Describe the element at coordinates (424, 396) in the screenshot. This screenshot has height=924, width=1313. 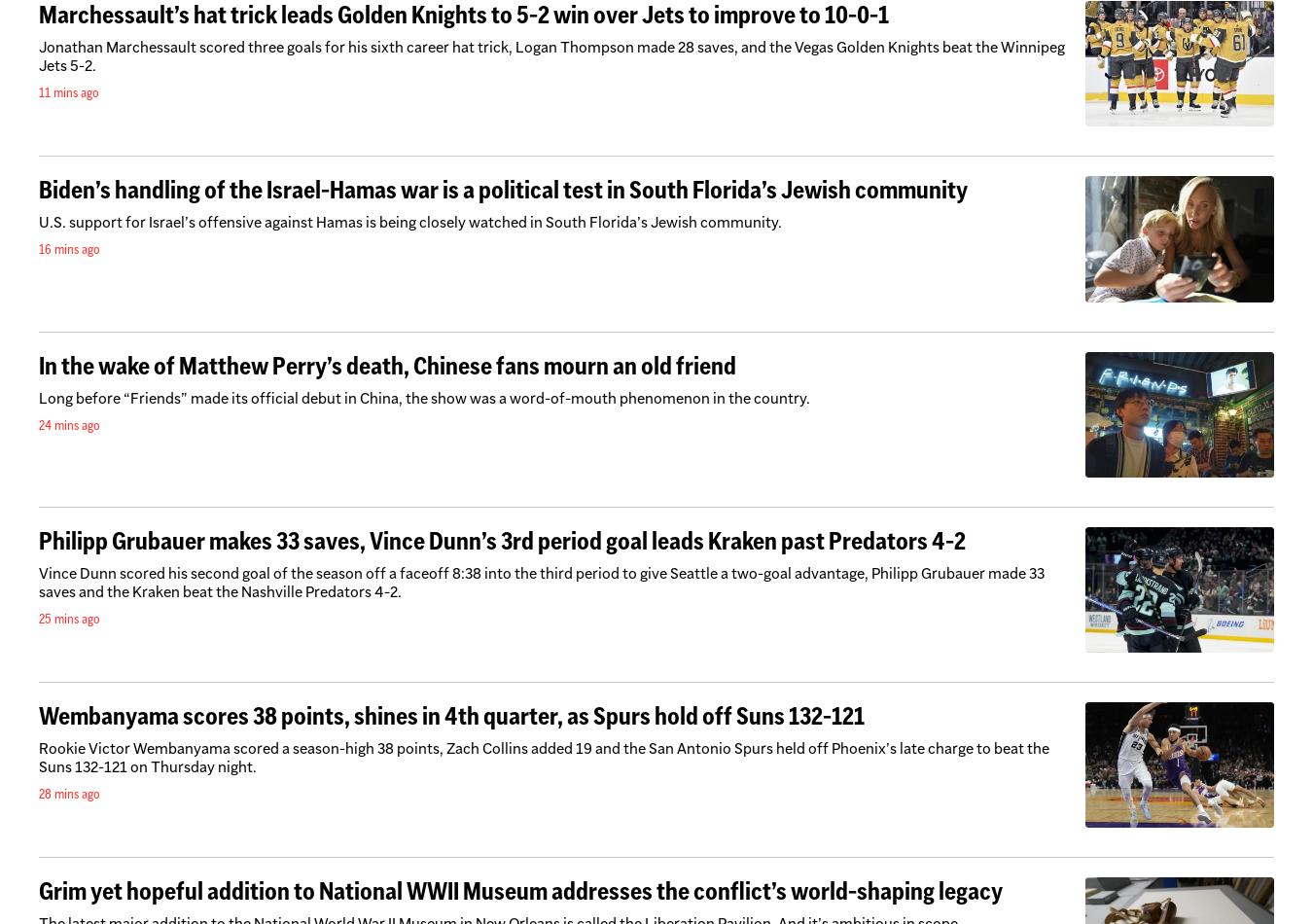
I see `'Long before “Friends” made its official debut in China, the show was a word-of-mouth phenomenon in the country.'` at that location.